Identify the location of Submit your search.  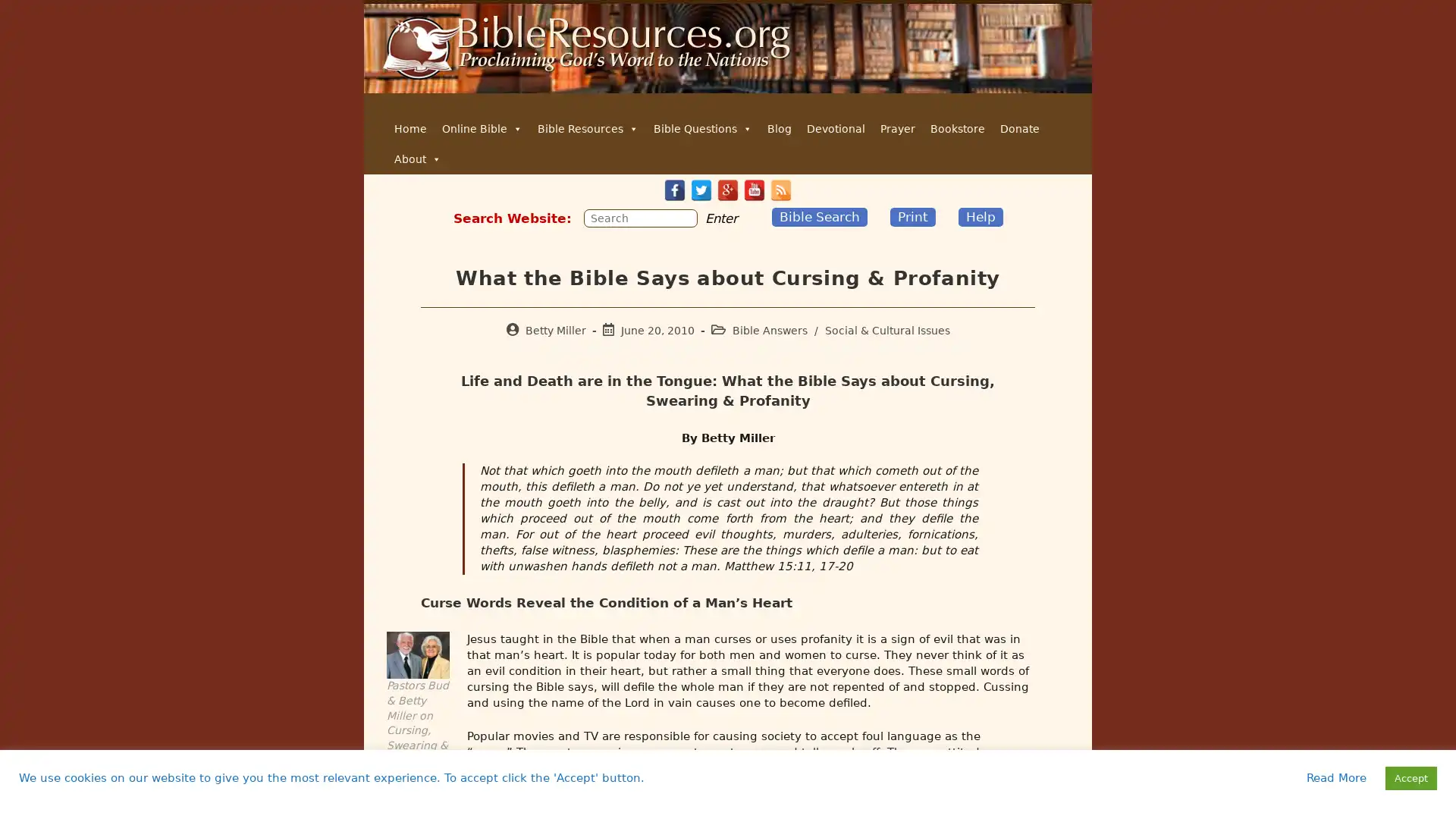
(680, 217).